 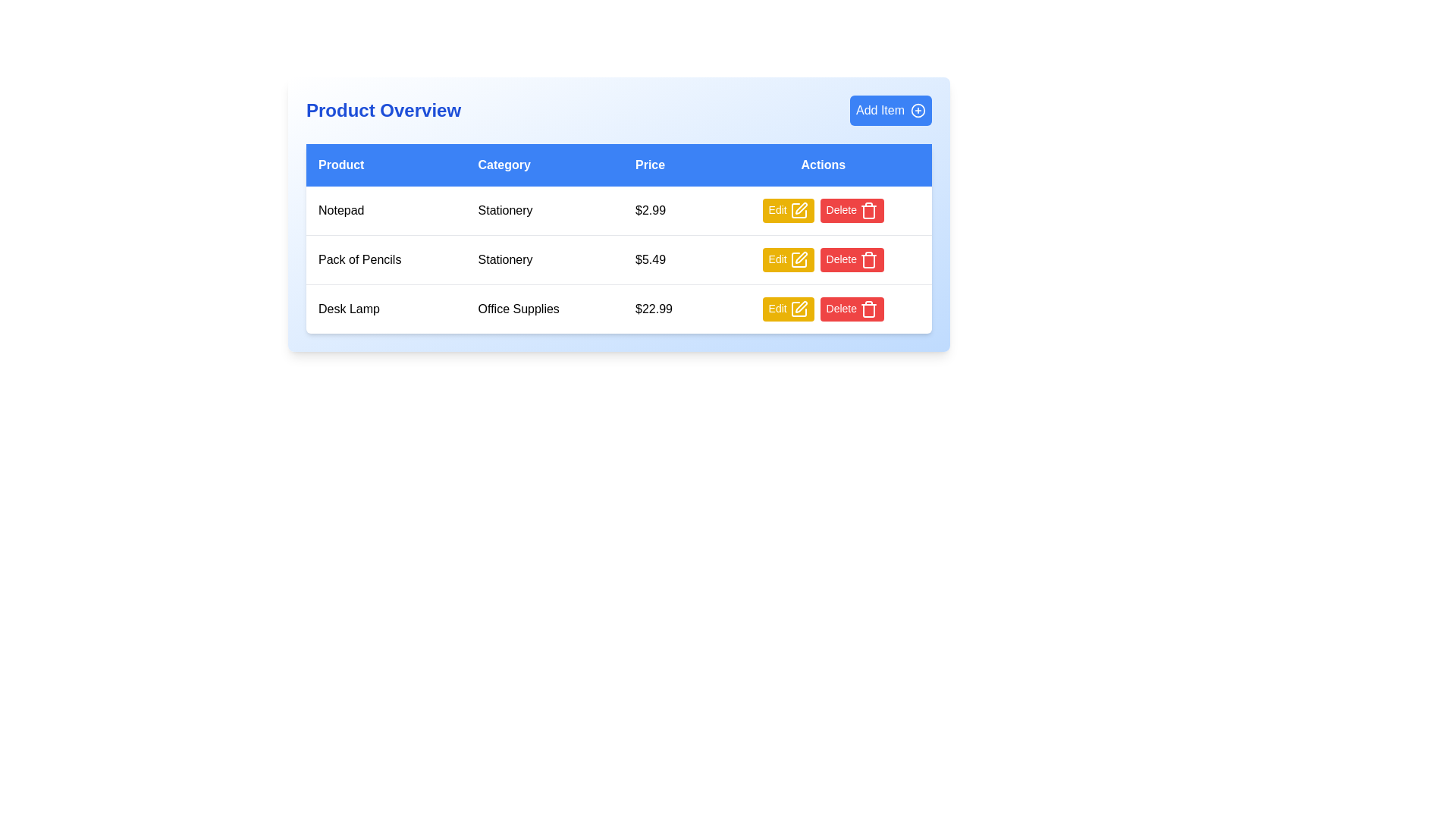 I want to click on the 'Delete' button in the 'Actions' column of the second row for the item labeled 'Pack of Pencils', so click(x=822, y=259).